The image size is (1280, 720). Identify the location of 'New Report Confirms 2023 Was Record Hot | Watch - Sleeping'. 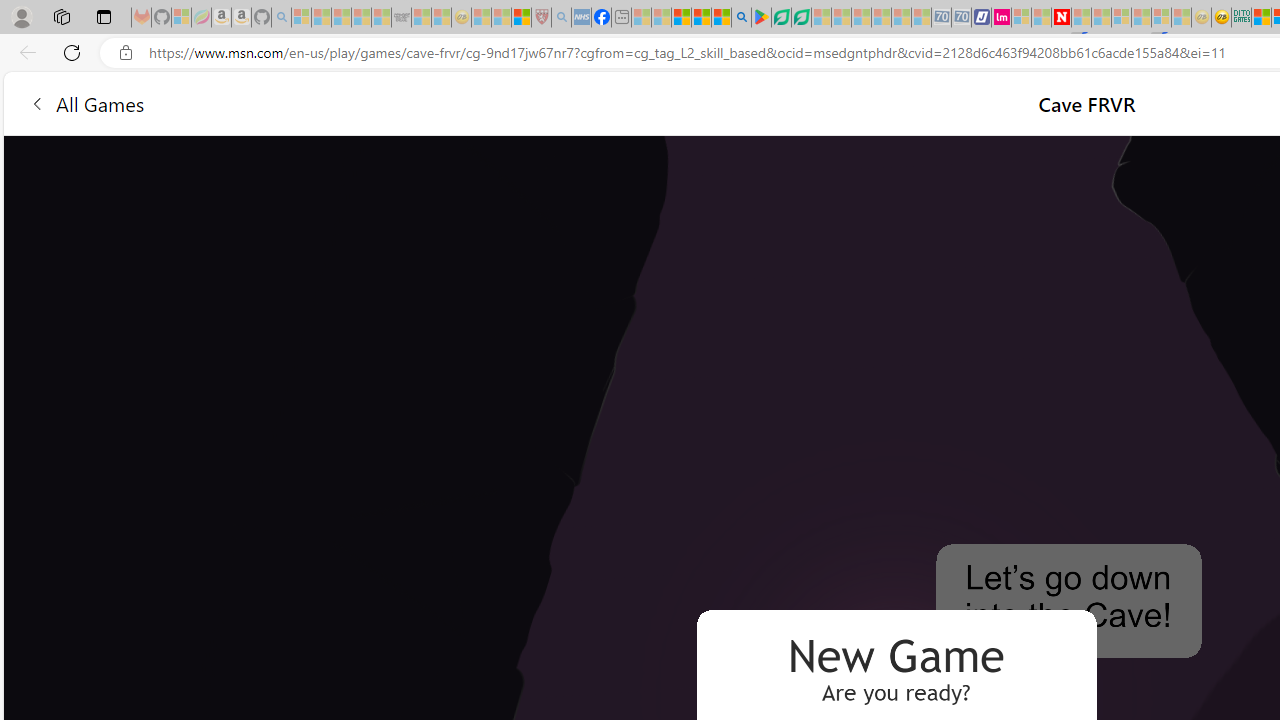
(381, 17).